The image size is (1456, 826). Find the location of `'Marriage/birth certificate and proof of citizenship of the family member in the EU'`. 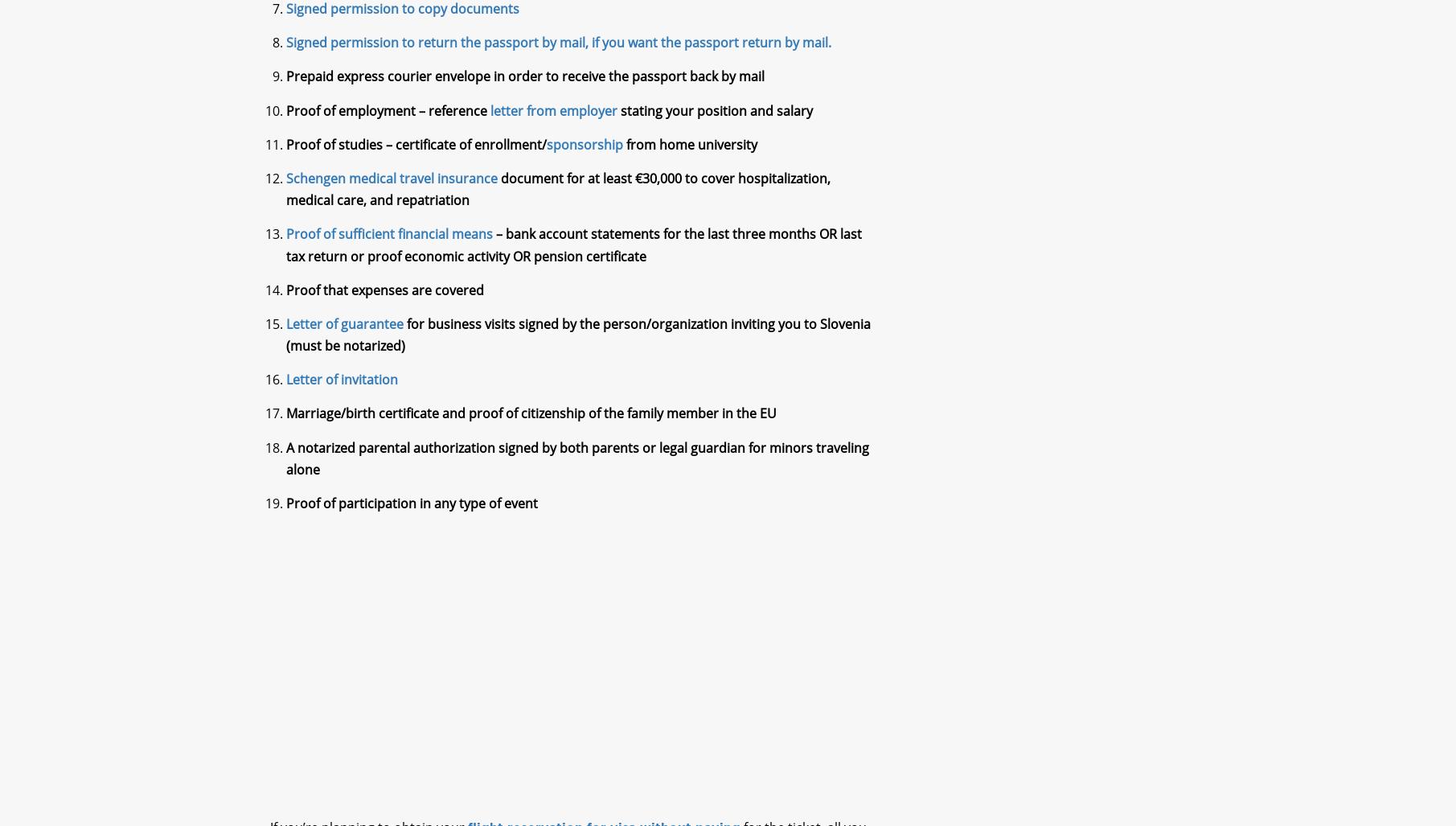

'Marriage/birth certificate and proof of citizenship of the family member in the EU' is located at coordinates (530, 425).